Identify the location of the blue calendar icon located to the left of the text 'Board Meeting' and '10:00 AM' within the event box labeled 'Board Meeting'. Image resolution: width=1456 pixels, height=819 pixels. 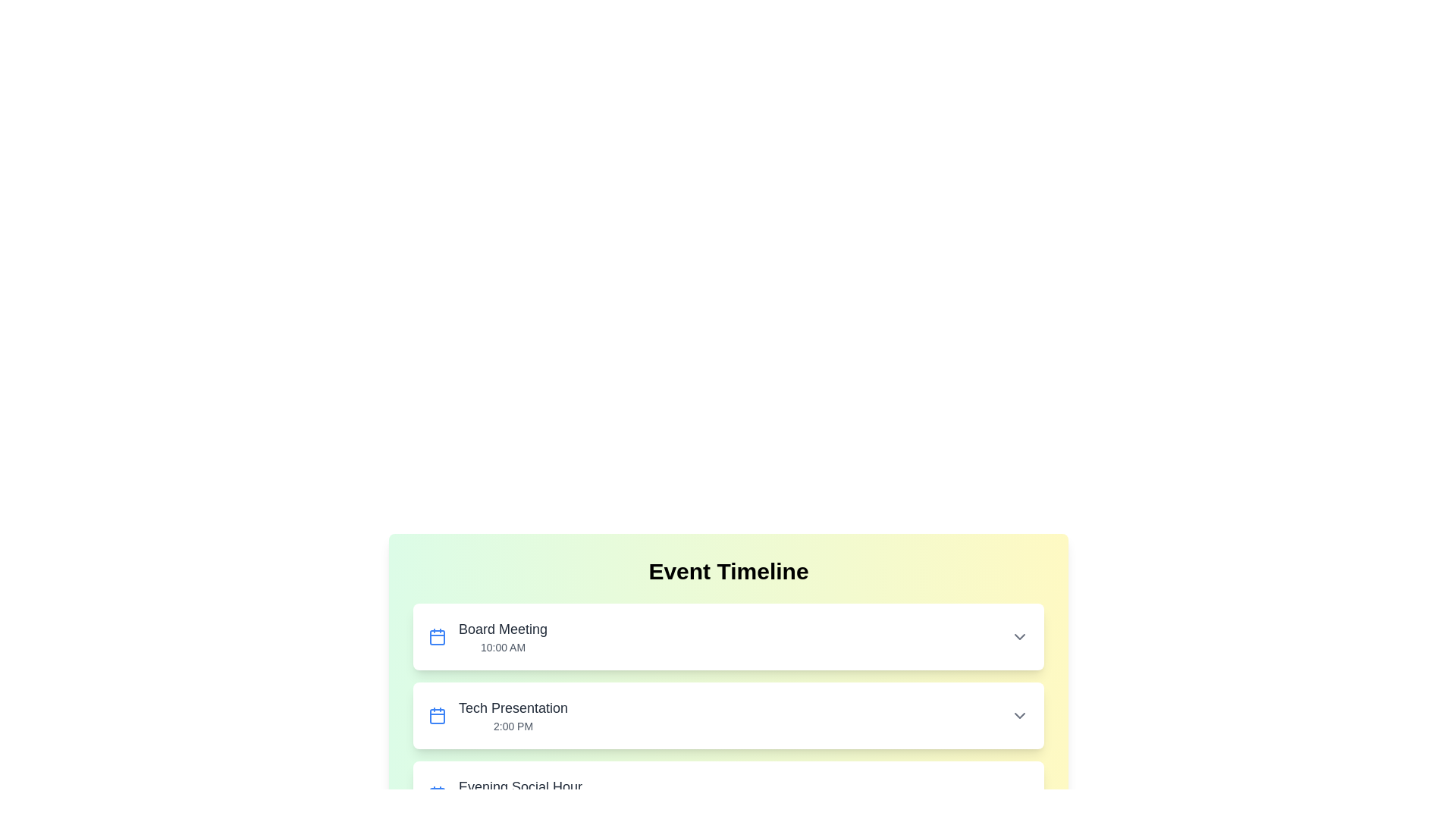
(436, 637).